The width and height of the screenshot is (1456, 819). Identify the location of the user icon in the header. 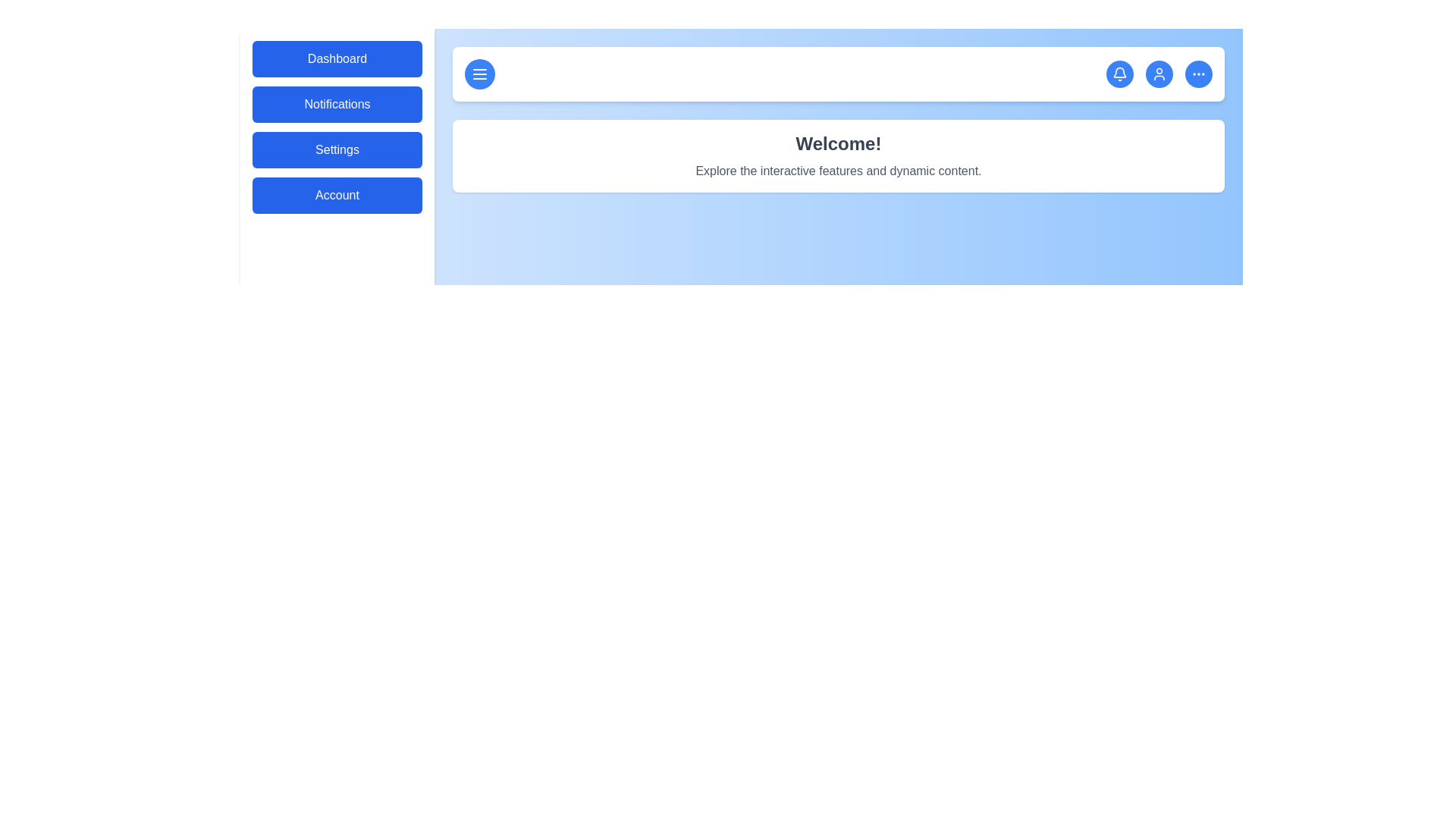
(1159, 74).